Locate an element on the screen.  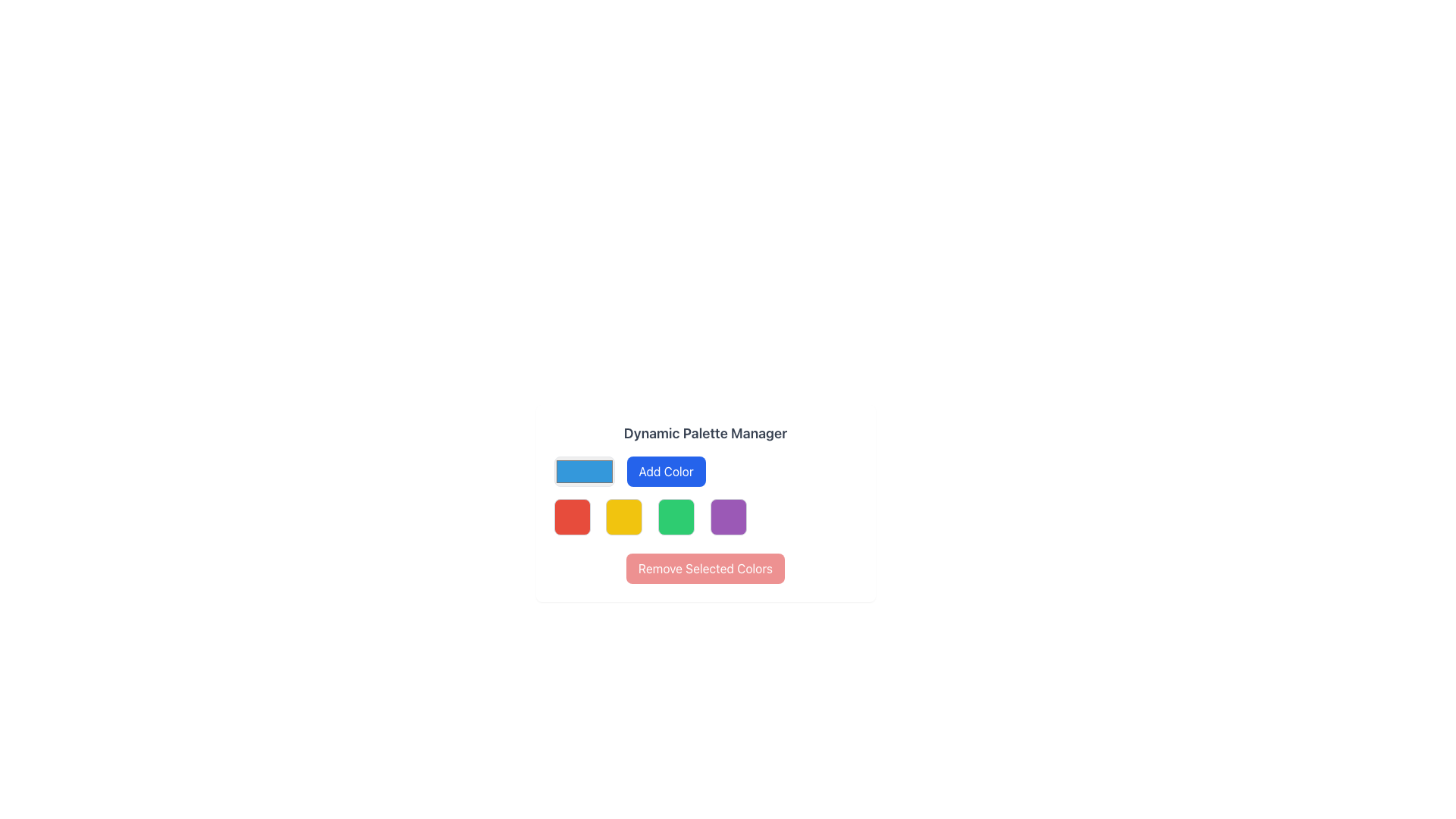
the button that allows users to add a new color to the palette, located to the right of the color picker input and below the title 'Dynamic Palette Manager' is located at coordinates (666, 470).